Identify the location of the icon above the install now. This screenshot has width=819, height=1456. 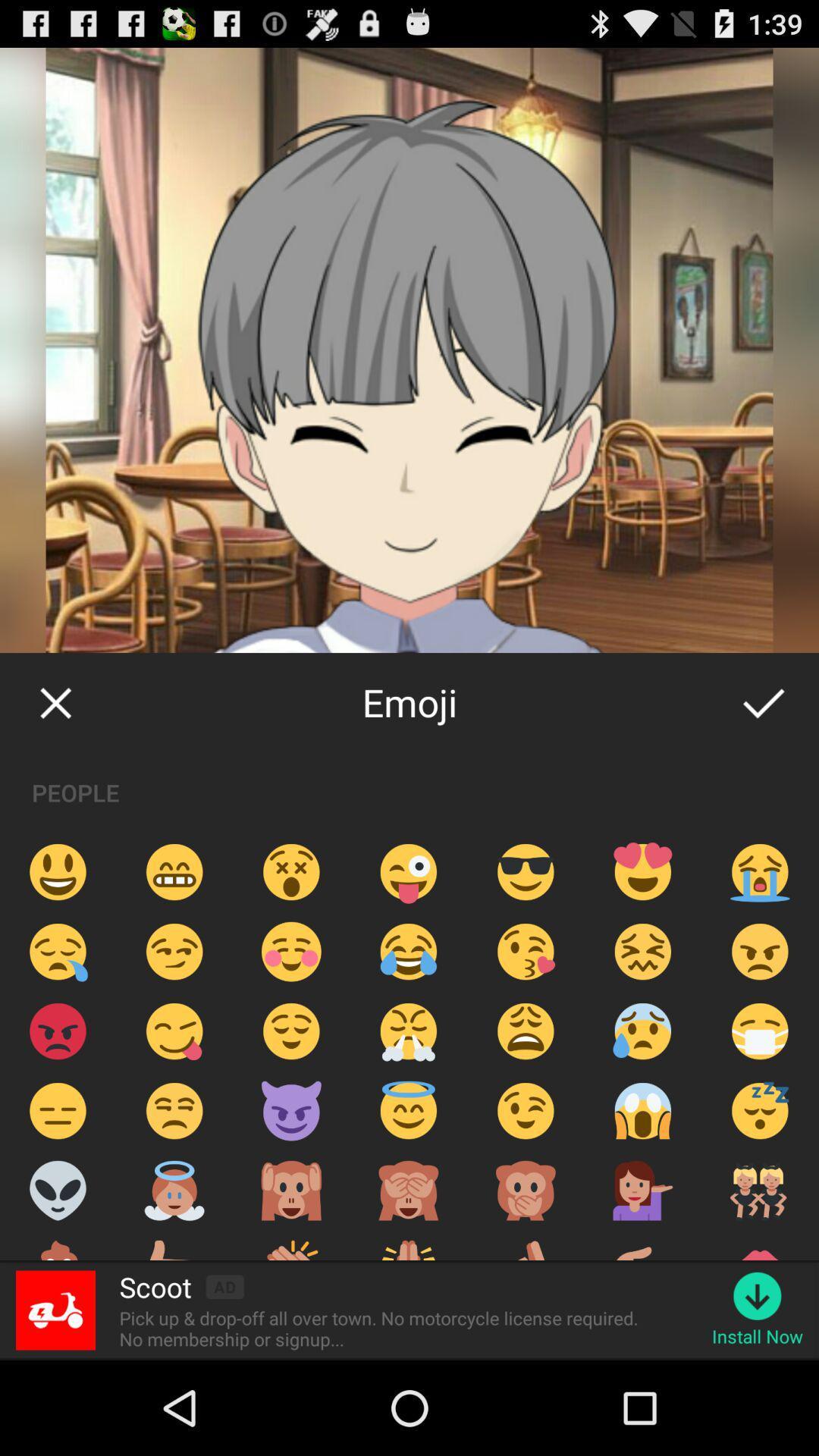
(758, 1295).